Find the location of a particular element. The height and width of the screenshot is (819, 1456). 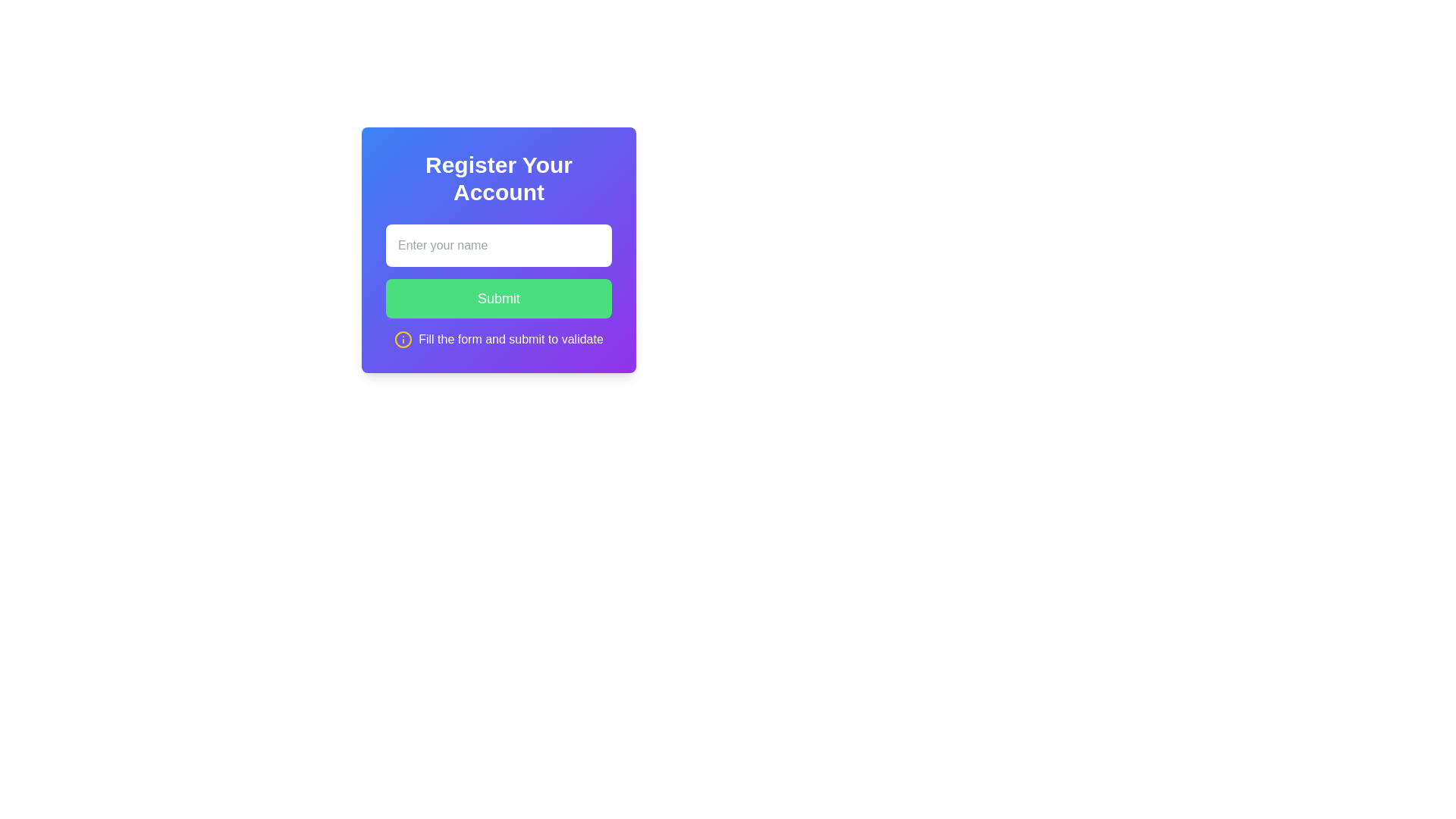

the submission button located centrally below the 'Register Your Account' heading is located at coordinates (498, 287).